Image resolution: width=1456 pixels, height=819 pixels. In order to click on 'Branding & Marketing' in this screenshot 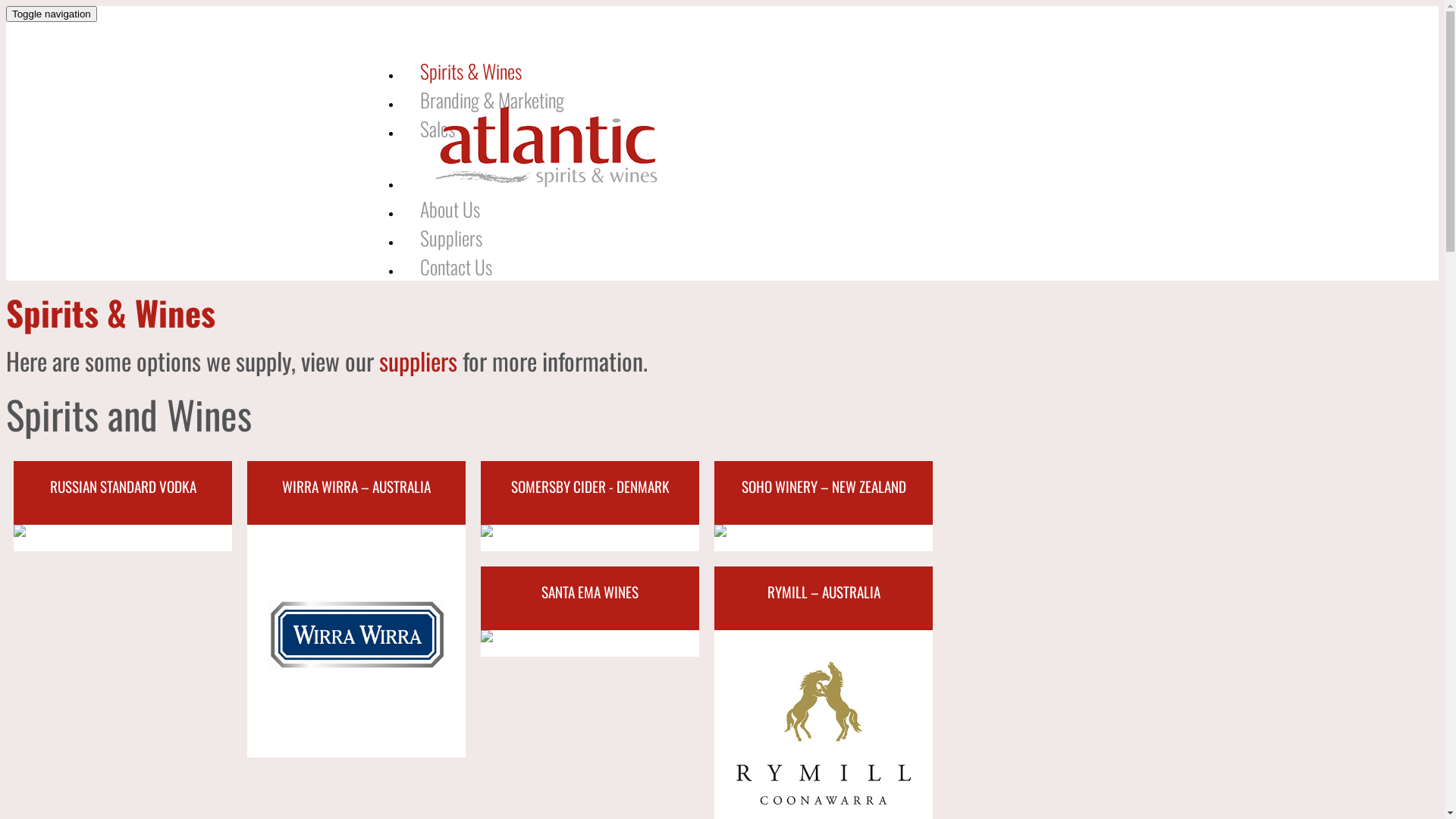, I will do `click(491, 99)`.